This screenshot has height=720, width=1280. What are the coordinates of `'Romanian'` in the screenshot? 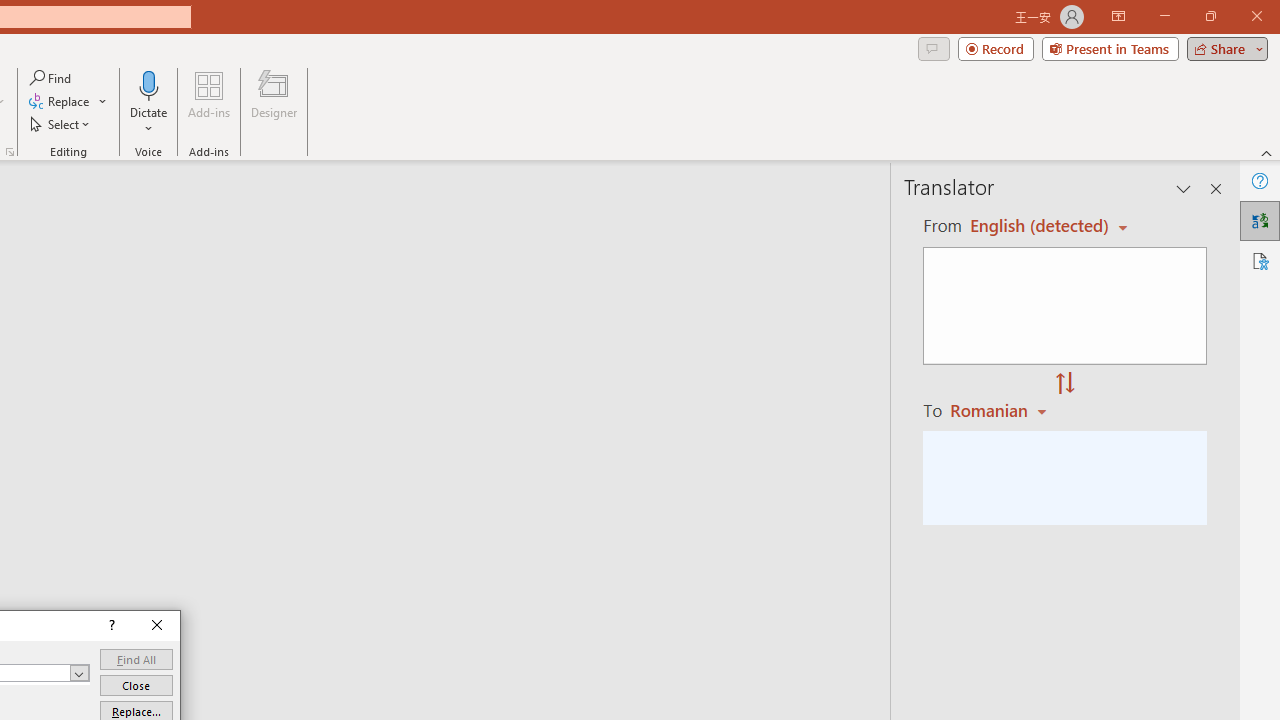 It's located at (1001, 409).